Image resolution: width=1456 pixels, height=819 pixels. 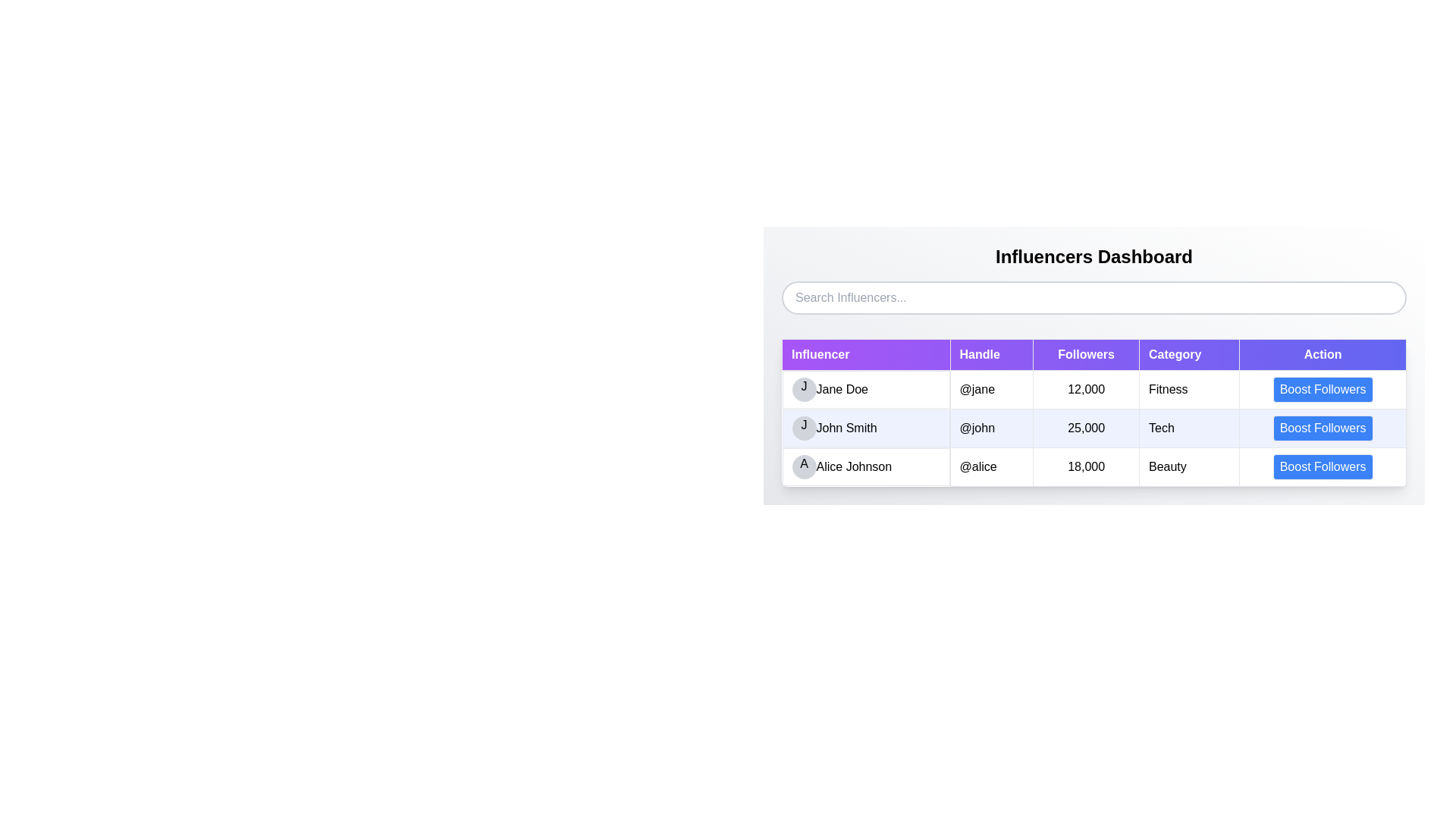 What do you see at coordinates (991, 428) in the screenshot?
I see `the text element containing the handle '@john' formatted in black text against a light blue background, located` at bounding box center [991, 428].